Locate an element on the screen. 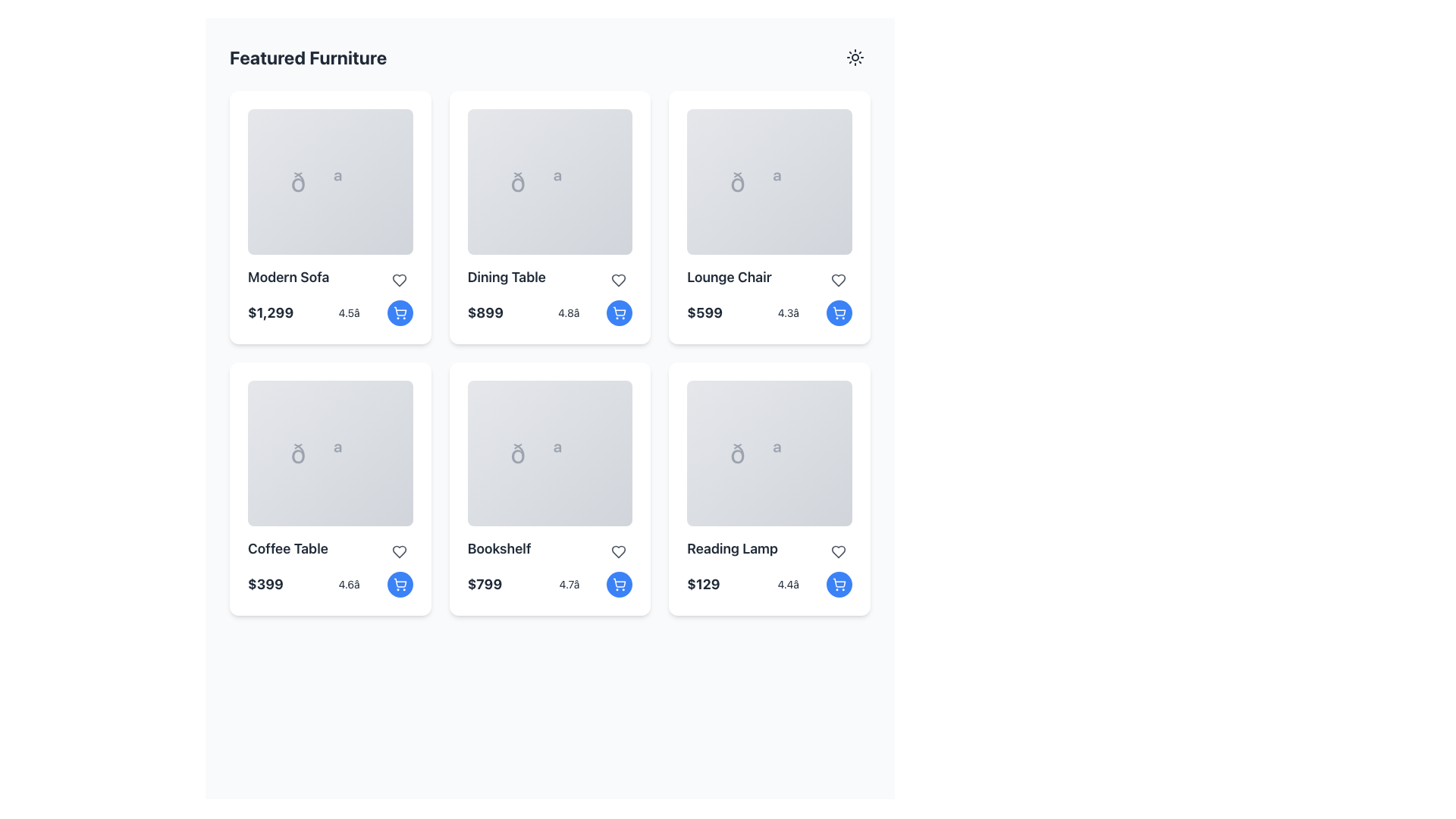 The height and width of the screenshot is (819, 1456). the circular button with a heart icon in the top-right corner of the 'Modern Sofa' card to mark the item as a favorite is located at coordinates (399, 281).